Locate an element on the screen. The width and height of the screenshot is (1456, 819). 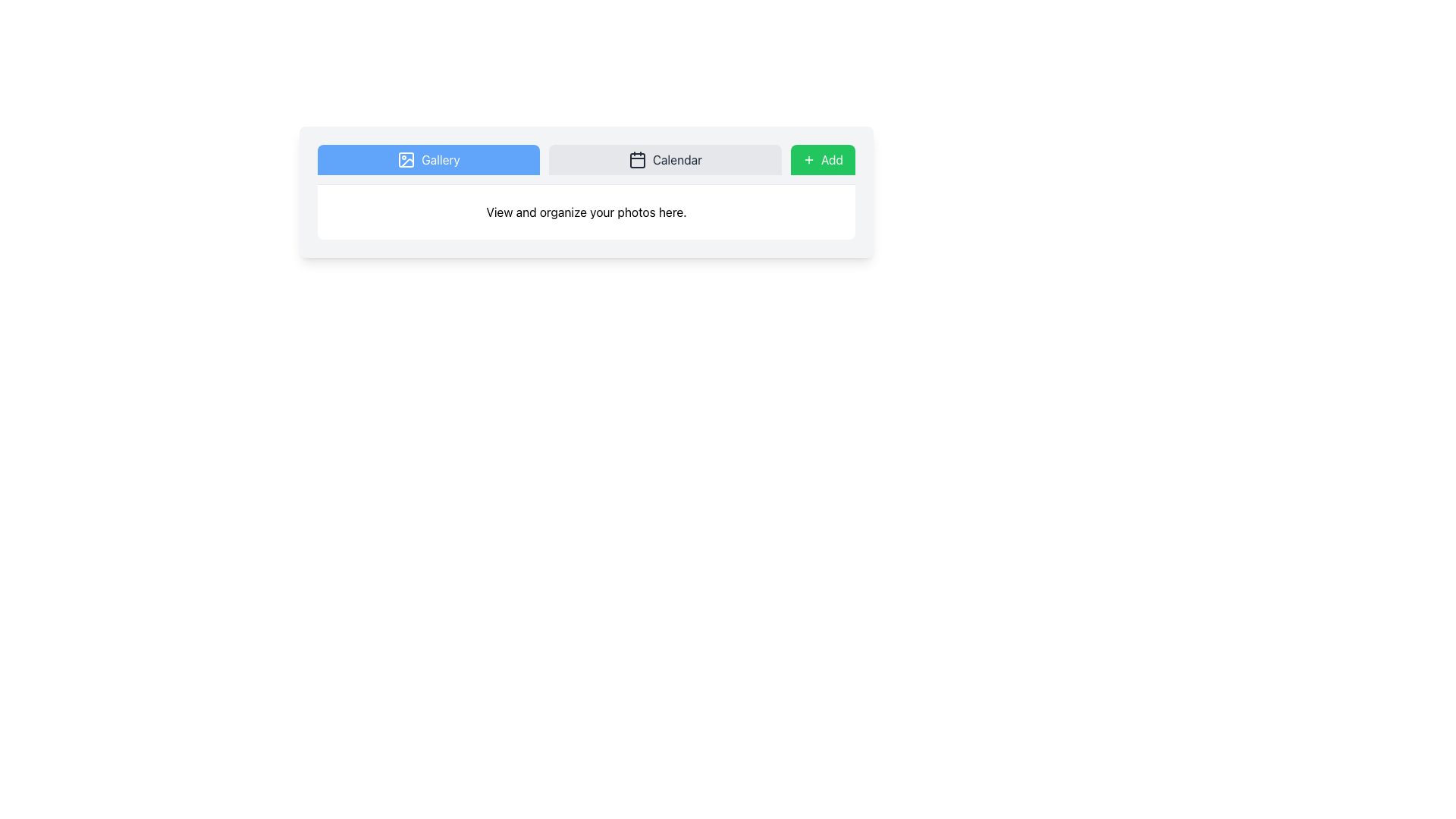
the 'Add' text label which is styled in white color on a green button, located at the rightmost part of the header bar next to a plus sign icon is located at coordinates (831, 160).